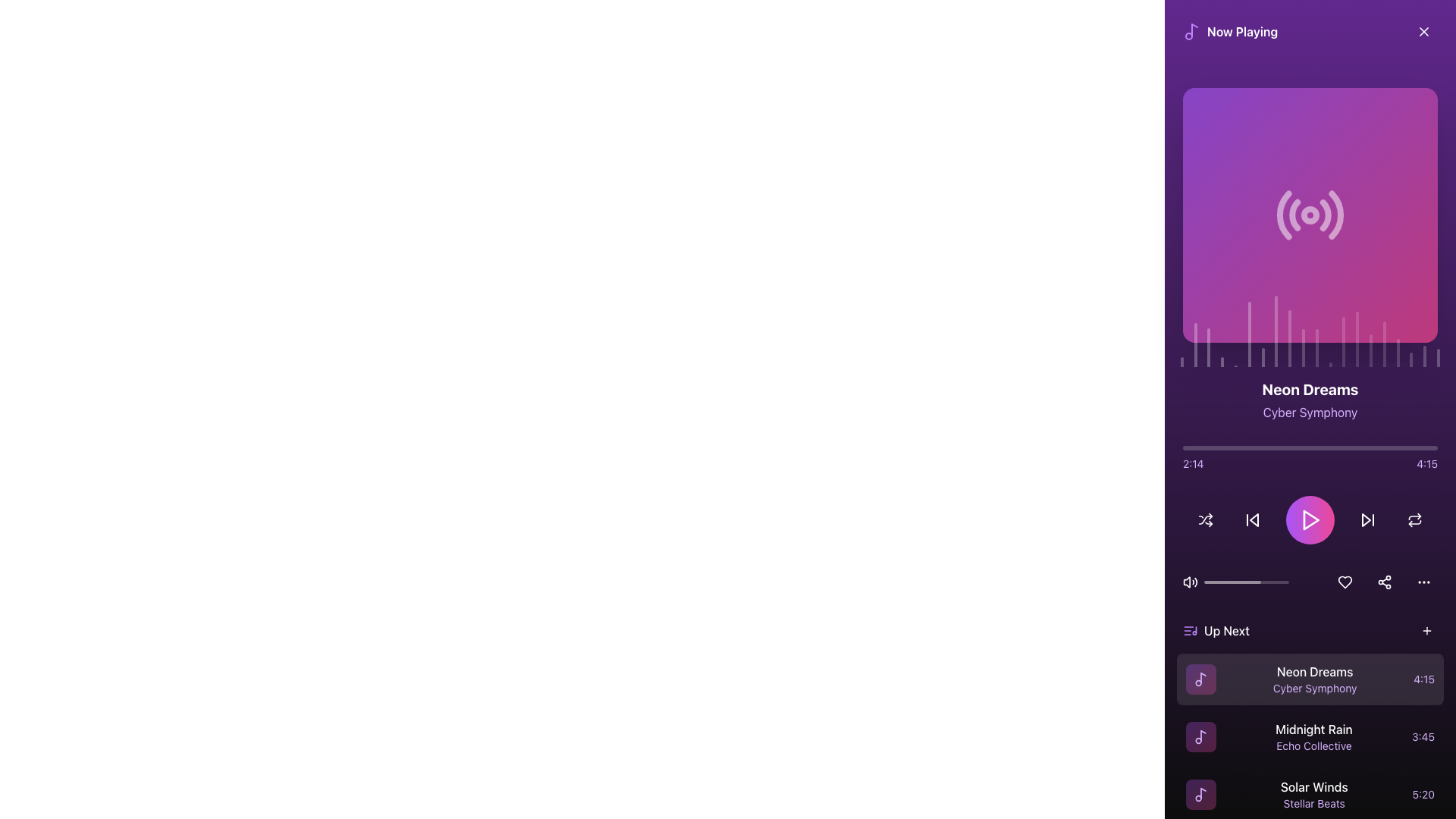  What do you see at coordinates (1294, 215) in the screenshot?
I see `the second arc segment in the SVG graphic that is part of a circular pattern` at bounding box center [1294, 215].